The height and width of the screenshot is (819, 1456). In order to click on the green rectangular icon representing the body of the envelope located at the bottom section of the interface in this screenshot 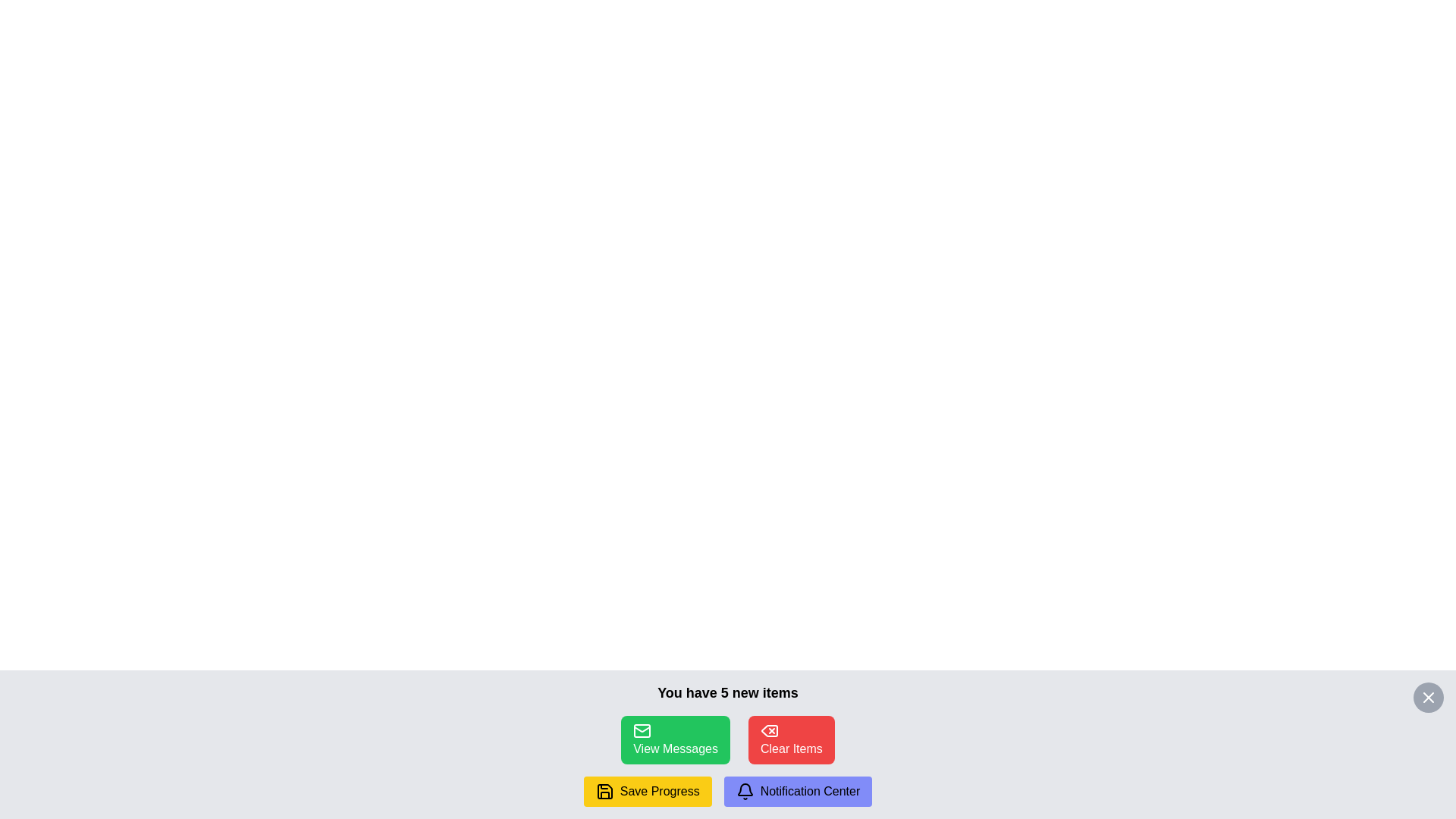, I will do `click(642, 730)`.